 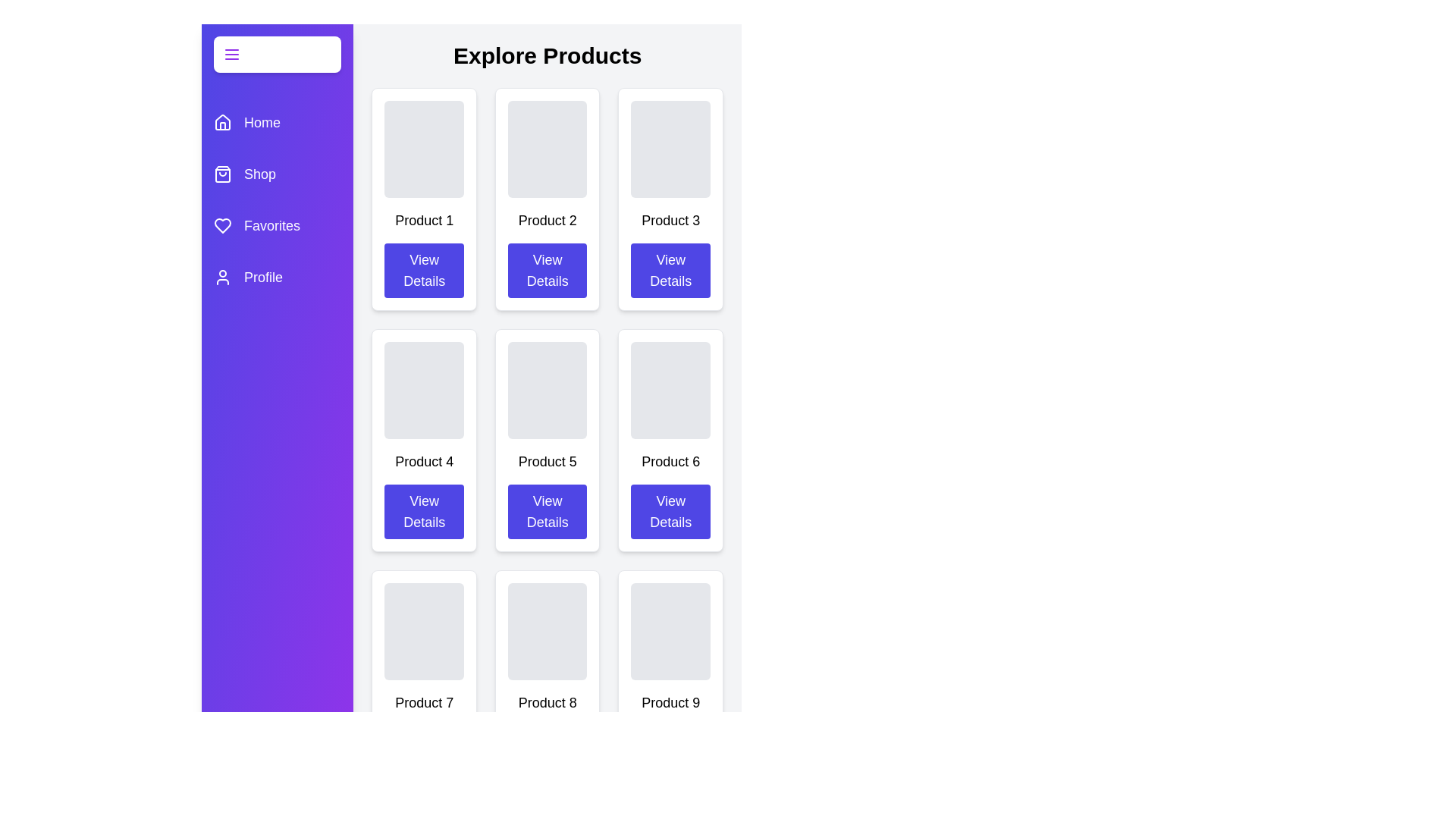 I want to click on the category Shop in the drawer to highlight it, so click(x=277, y=174).